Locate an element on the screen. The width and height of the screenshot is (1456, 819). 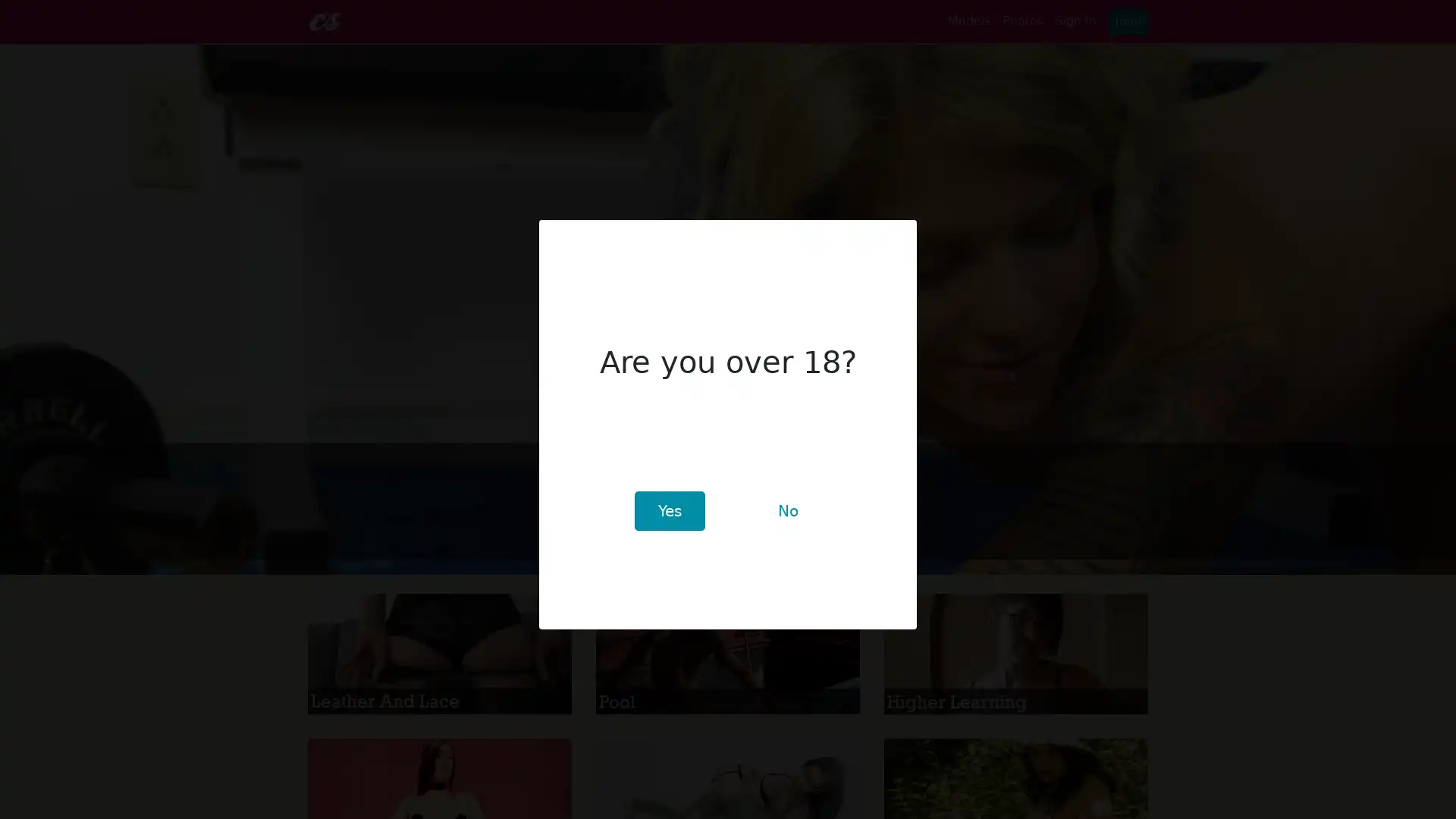
Yes is located at coordinates (668, 511).